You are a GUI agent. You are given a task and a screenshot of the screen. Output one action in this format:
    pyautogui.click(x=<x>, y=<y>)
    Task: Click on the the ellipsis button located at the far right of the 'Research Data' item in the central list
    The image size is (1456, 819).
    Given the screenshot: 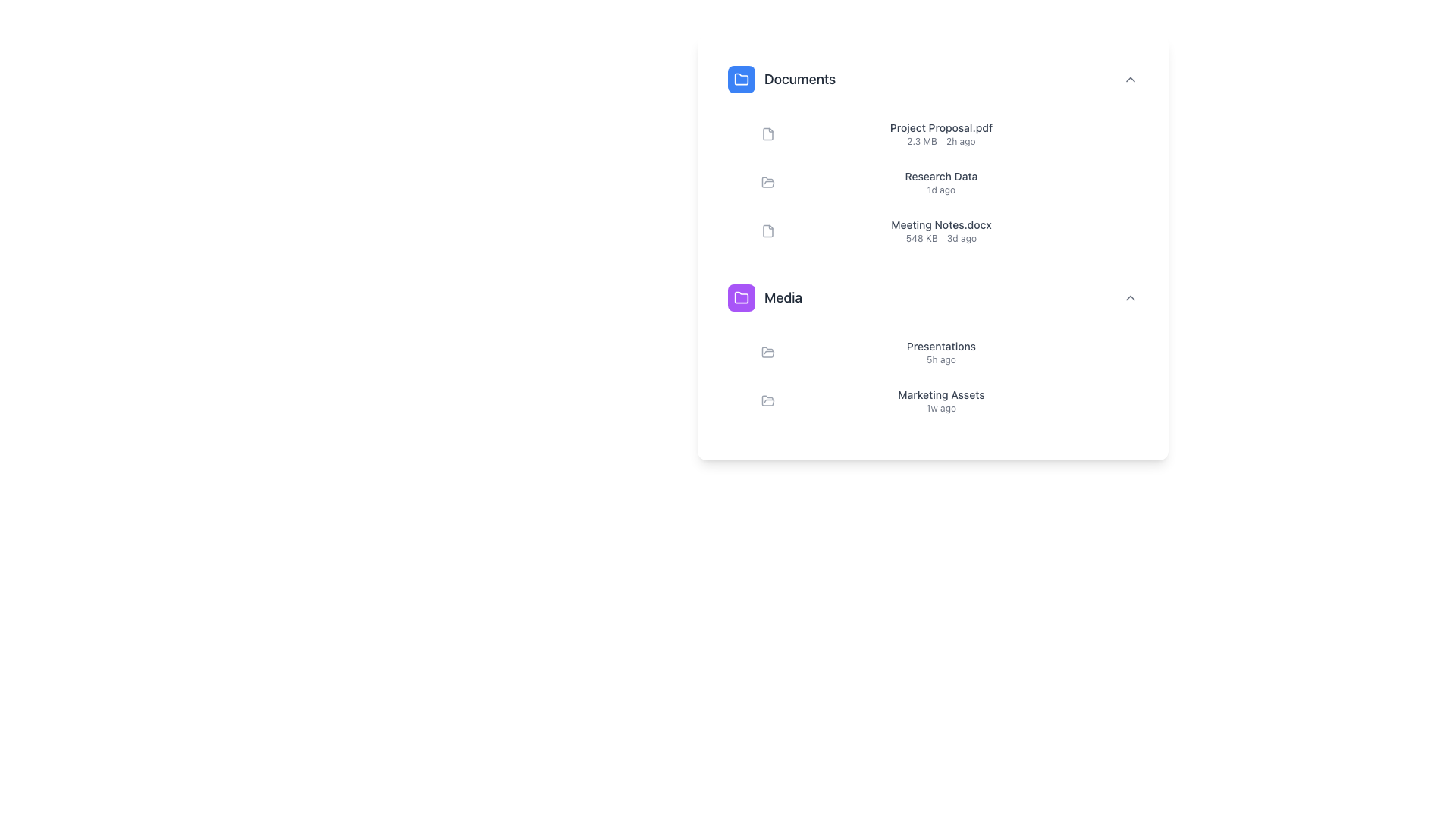 What is the action you would take?
    pyautogui.click(x=1131, y=181)
    